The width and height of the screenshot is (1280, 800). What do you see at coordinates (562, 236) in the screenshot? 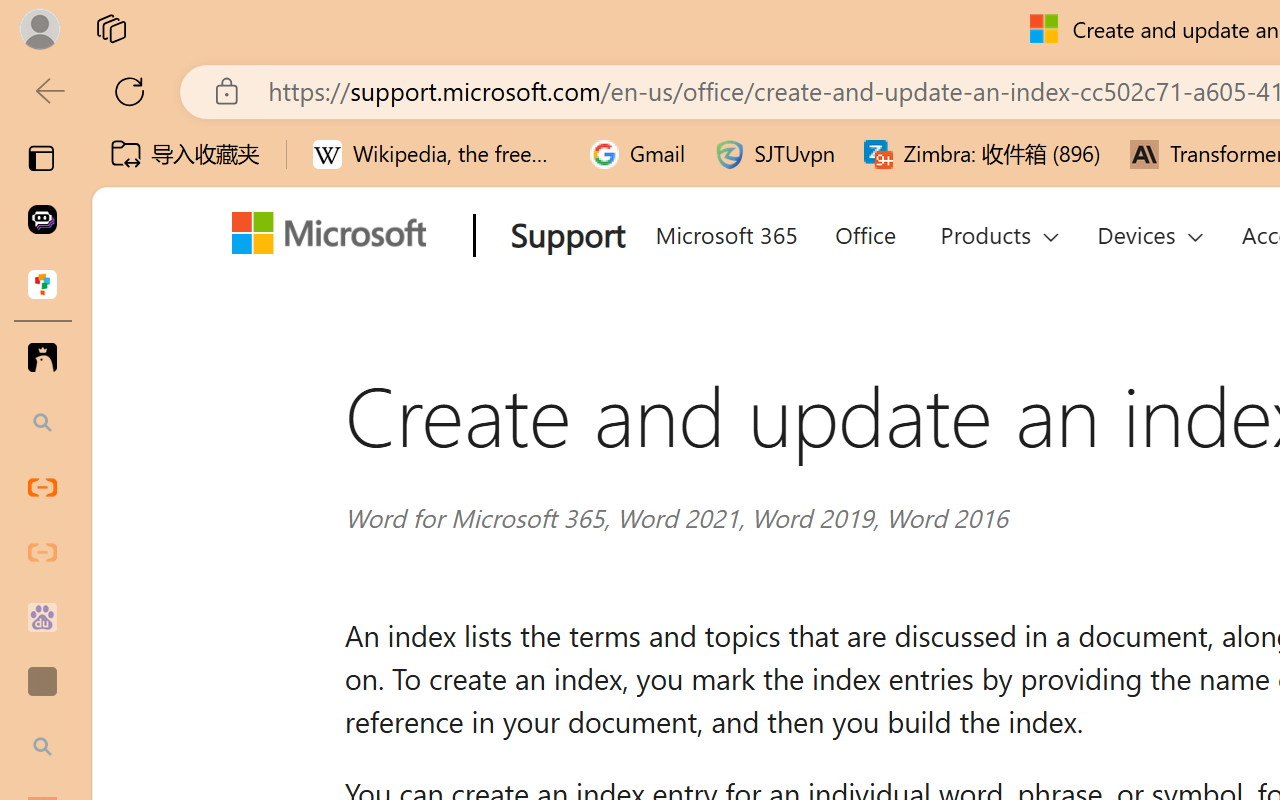
I see `'Support'` at bounding box center [562, 236].